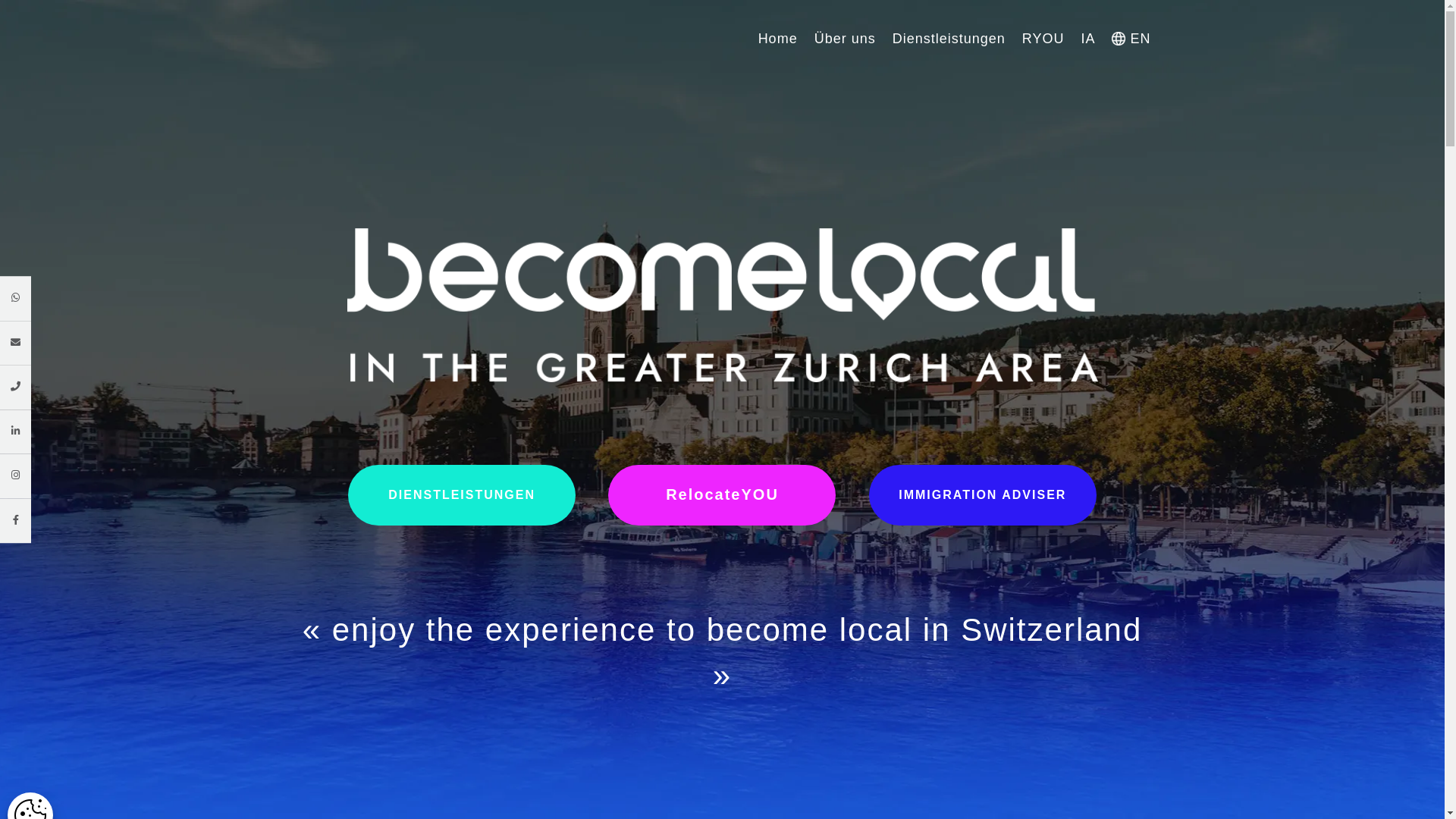 The height and width of the screenshot is (819, 1456). I want to click on 'RelocateYOU', so click(607, 494).